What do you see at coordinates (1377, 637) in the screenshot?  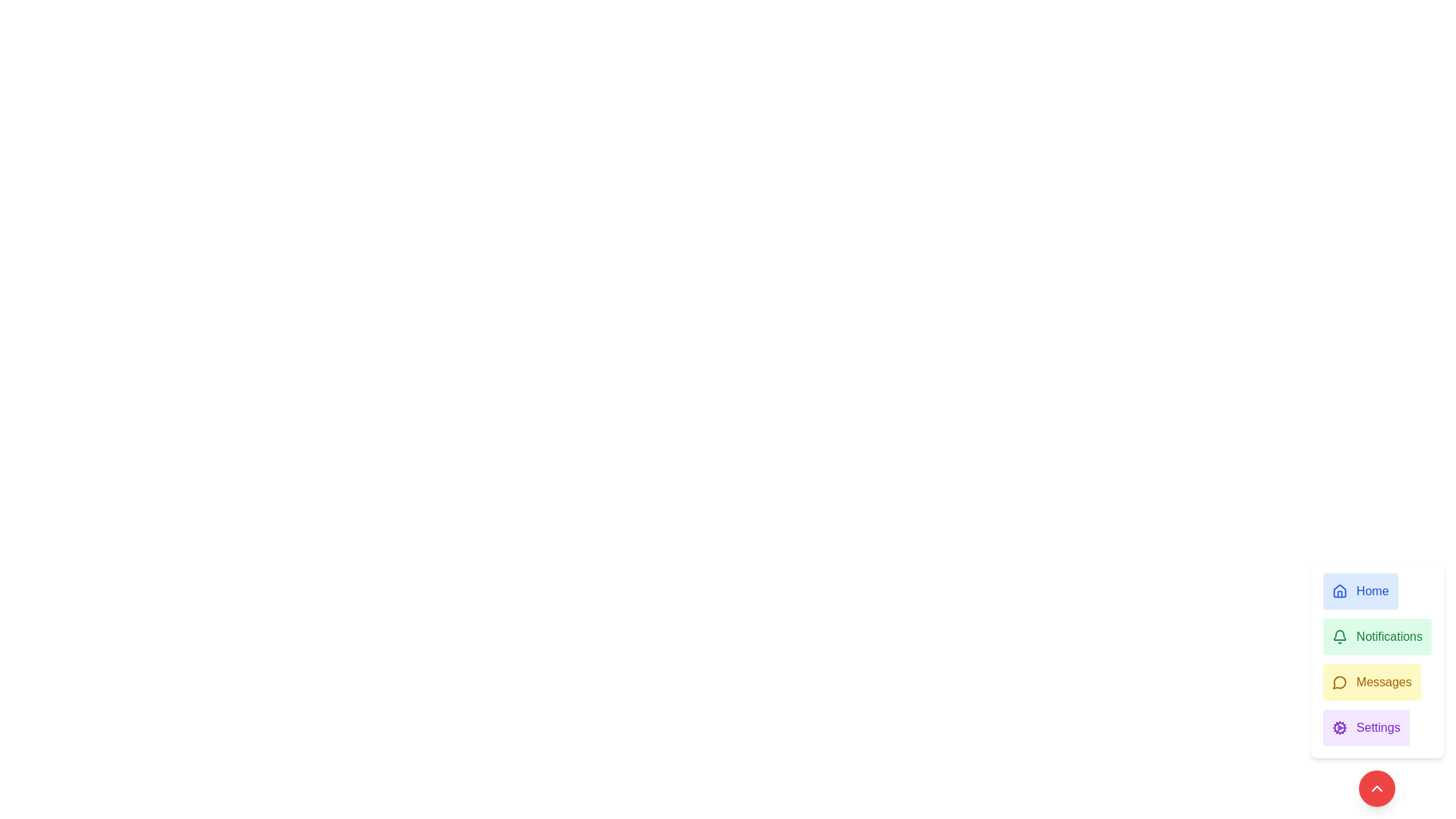 I see `the second button from the top in the vertical menu, which serves as a navigation button` at bounding box center [1377, 637].